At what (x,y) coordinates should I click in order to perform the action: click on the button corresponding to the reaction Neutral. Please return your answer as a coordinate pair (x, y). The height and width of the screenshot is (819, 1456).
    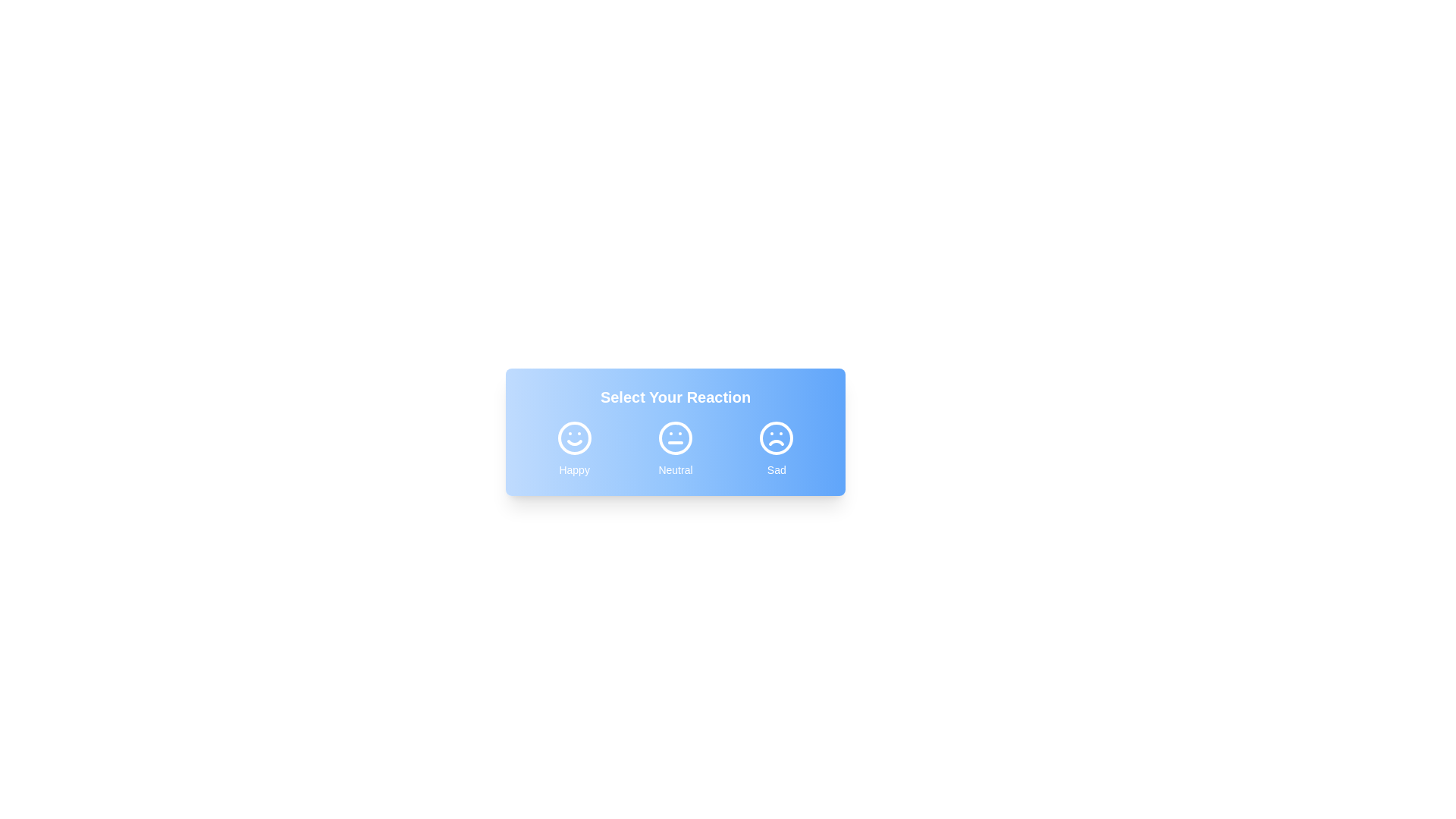
    Looking at the image, I should click on (675, 447).